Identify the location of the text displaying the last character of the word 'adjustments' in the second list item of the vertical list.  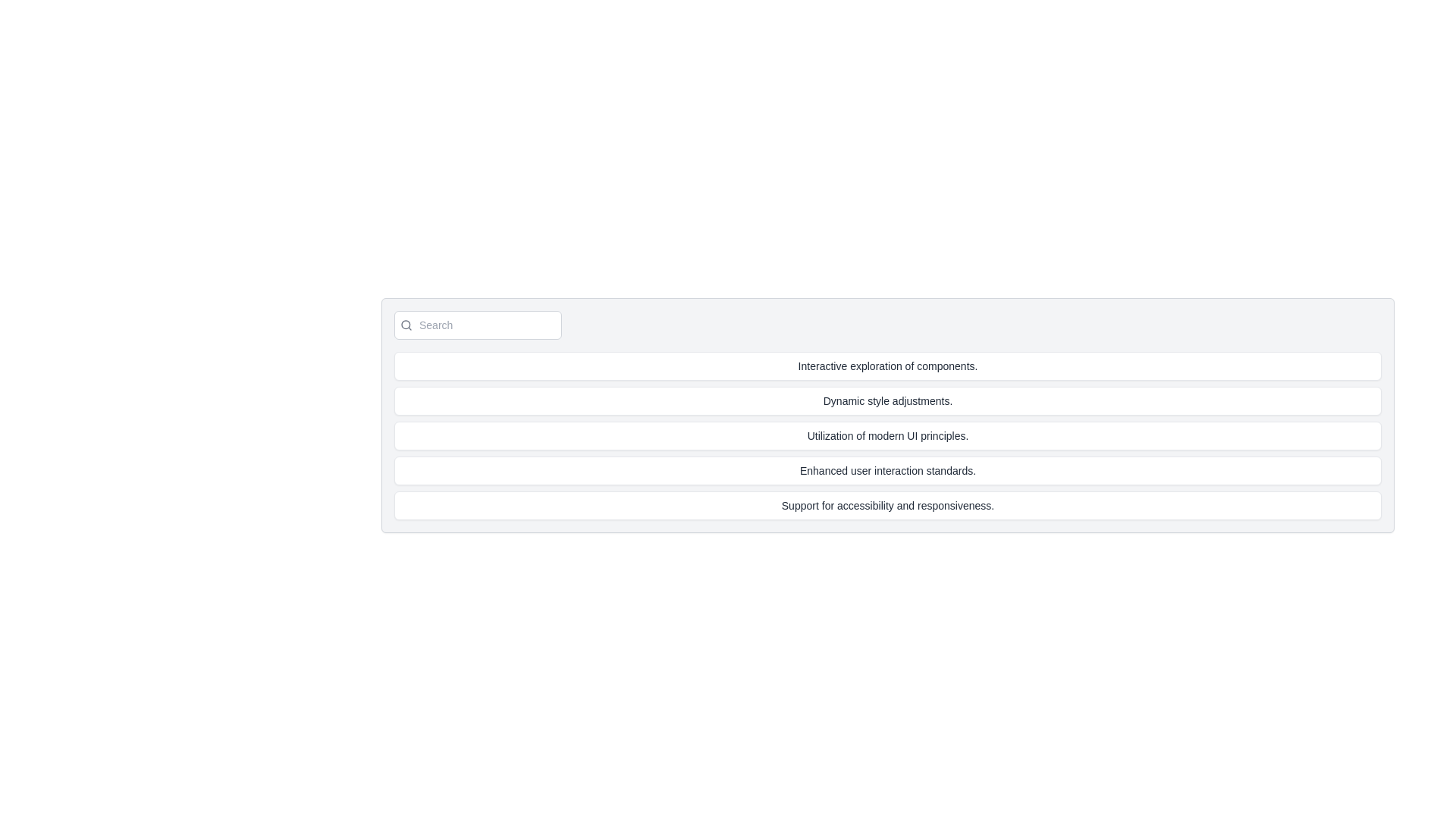
(901, 400).